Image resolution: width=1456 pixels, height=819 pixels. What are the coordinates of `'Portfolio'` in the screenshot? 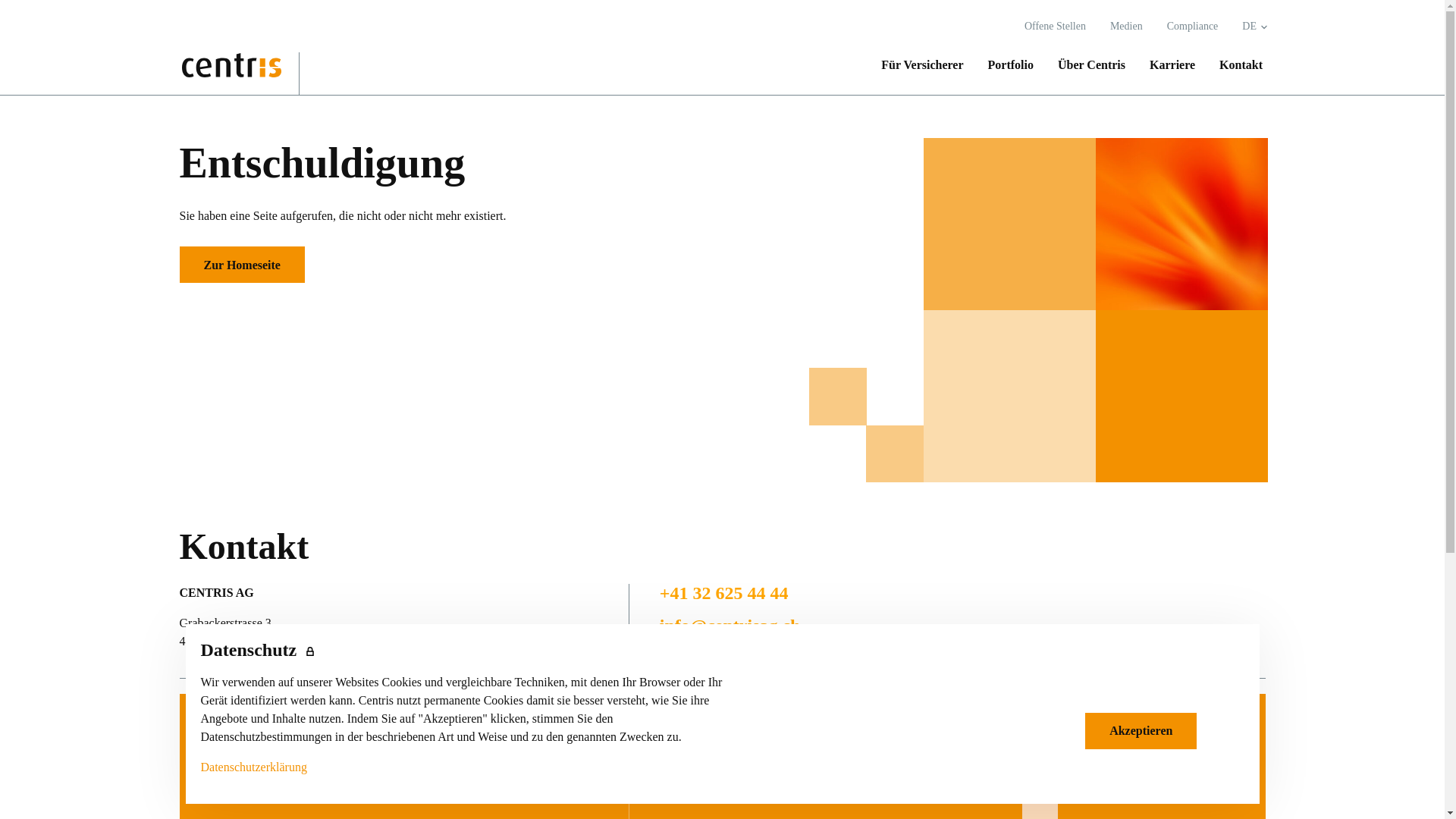 It's located at (256, 792).